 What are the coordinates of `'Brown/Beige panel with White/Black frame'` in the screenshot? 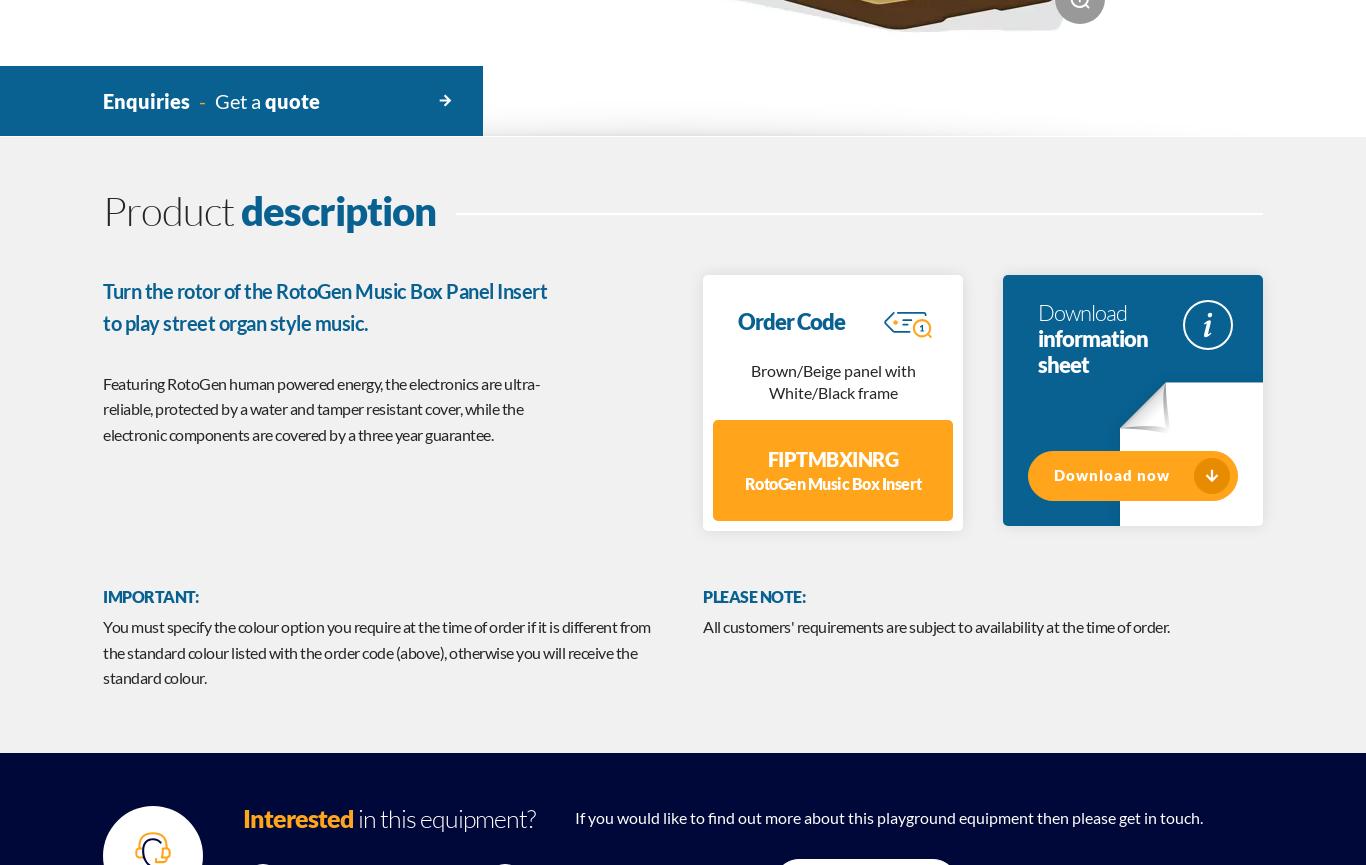 It's located at (831, 381).